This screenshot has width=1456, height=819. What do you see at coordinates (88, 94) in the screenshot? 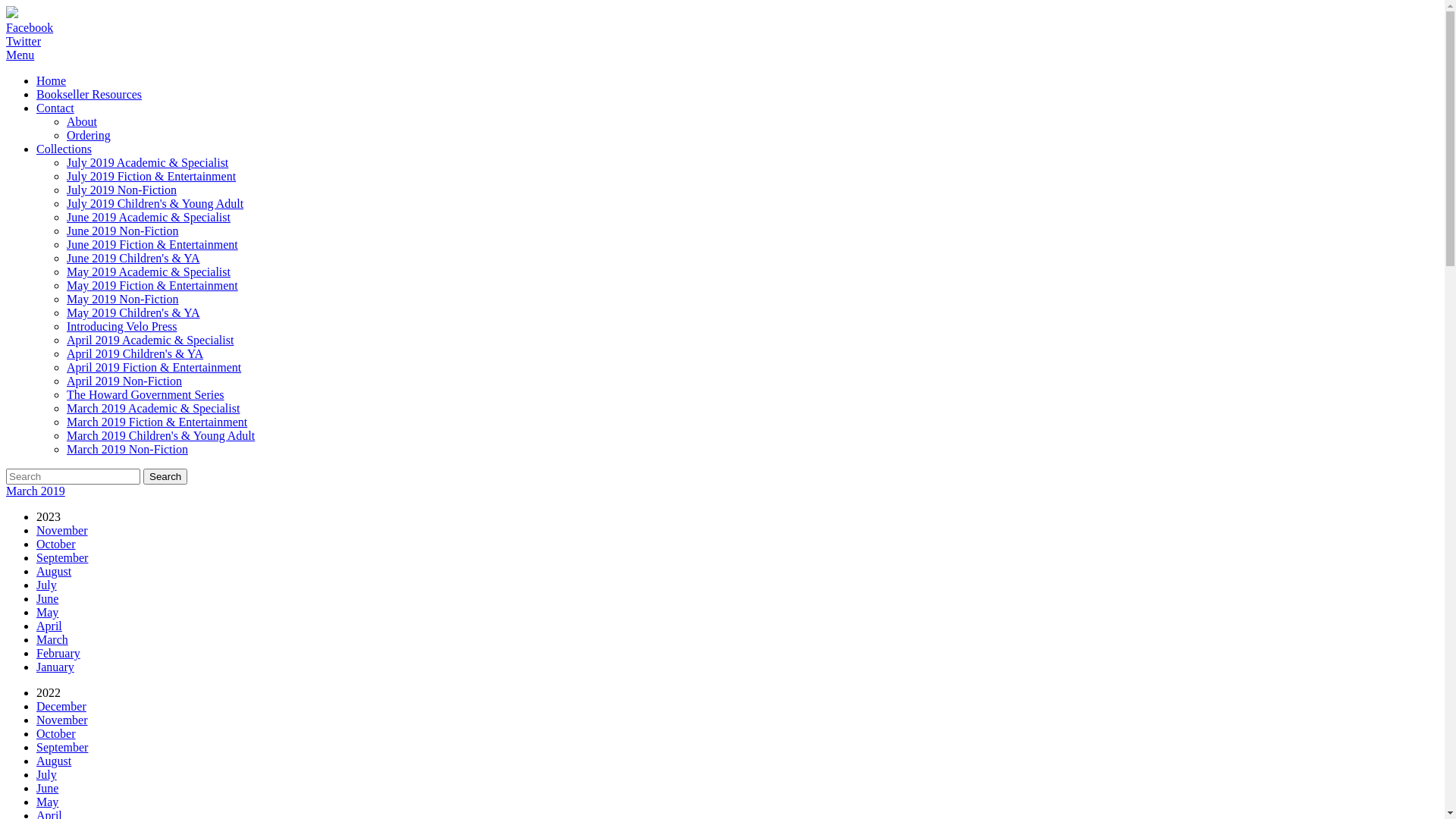
I see `'Bookseller Resources'` at bounding box center [88, 94].